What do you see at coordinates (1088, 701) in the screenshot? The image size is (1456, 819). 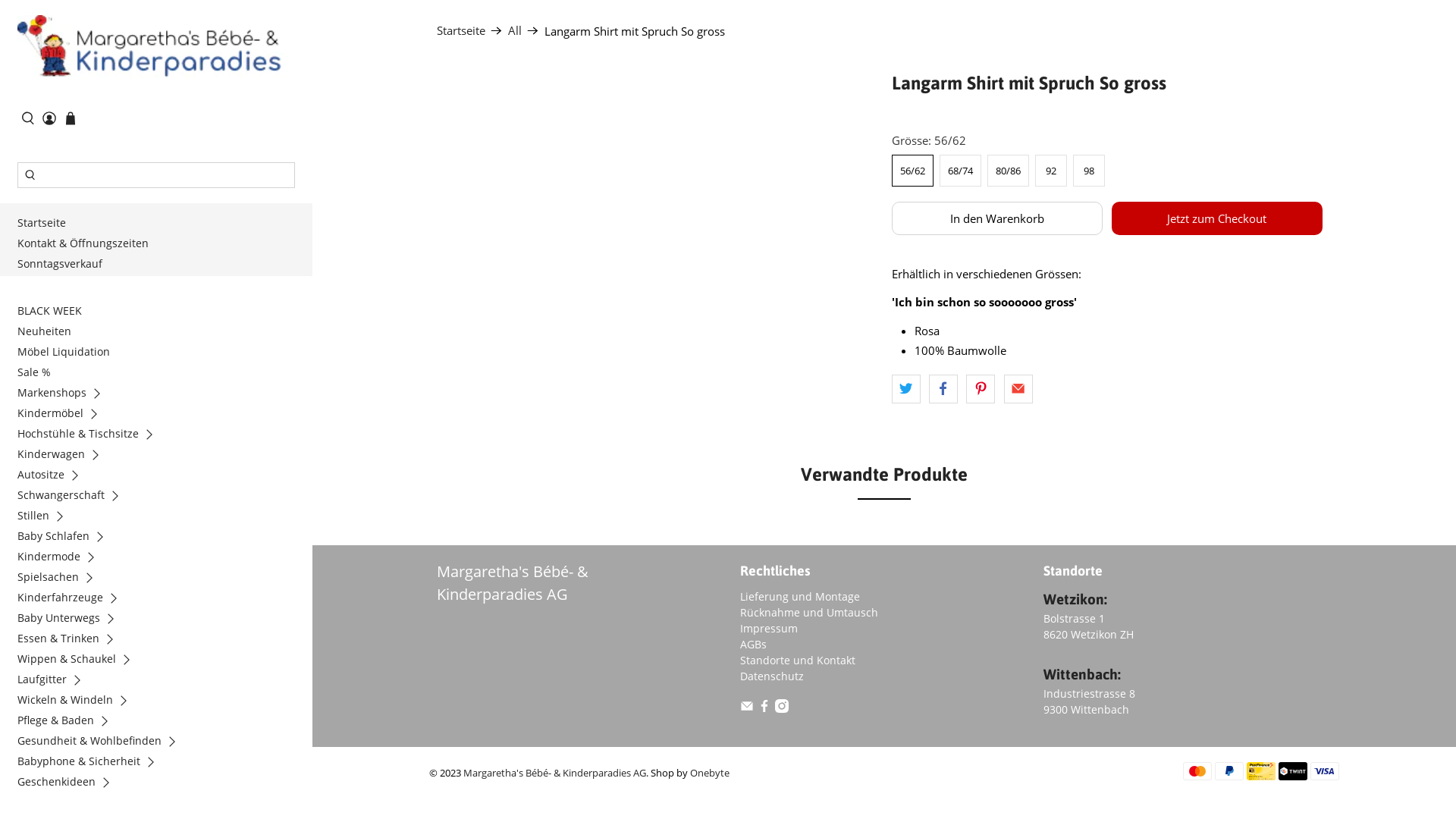 I see `'Industriestrasse 8` at bounding box center [1088, 701].